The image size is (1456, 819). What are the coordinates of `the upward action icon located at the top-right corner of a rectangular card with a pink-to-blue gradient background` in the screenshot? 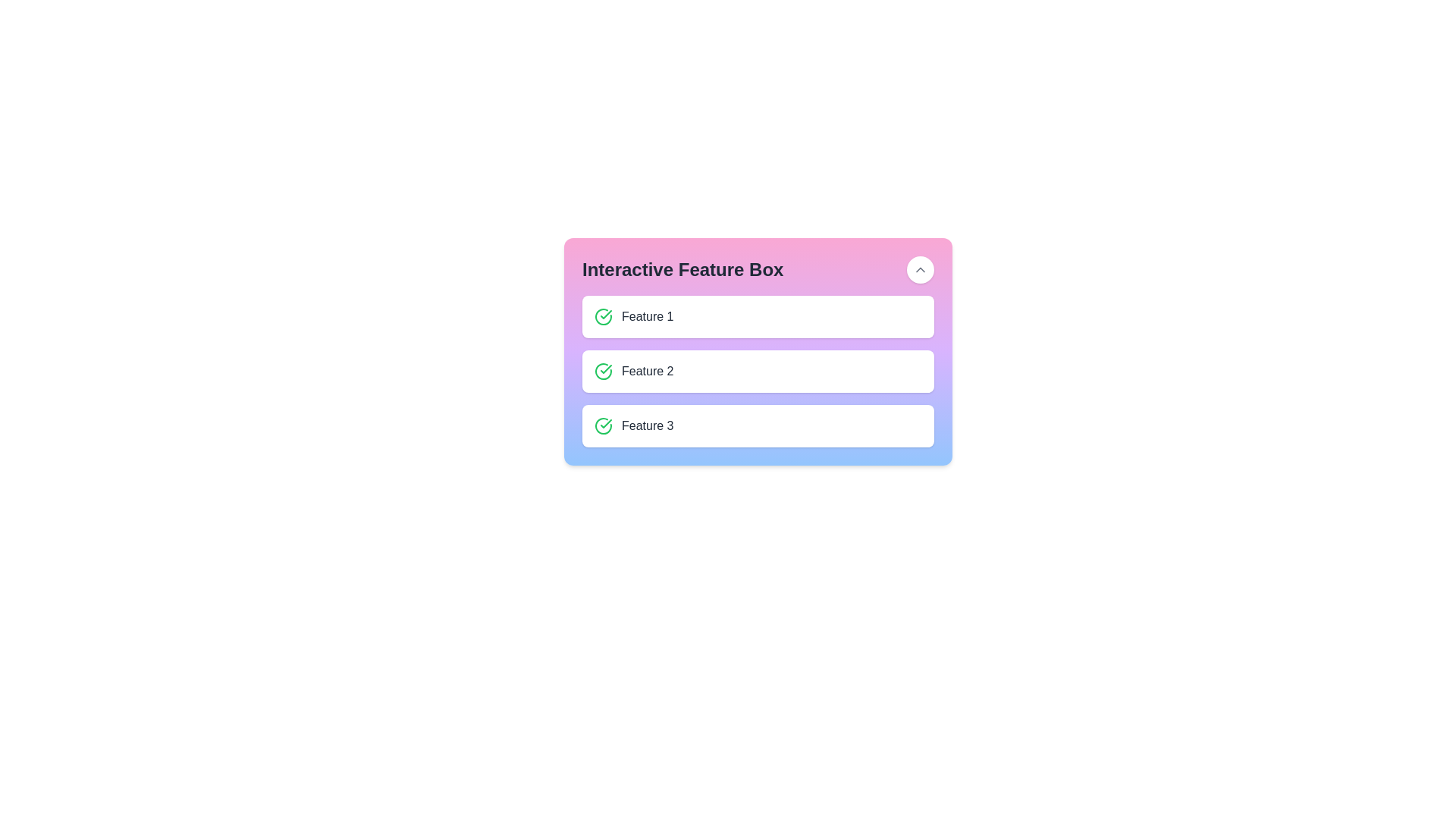 It's located at (920, 268).